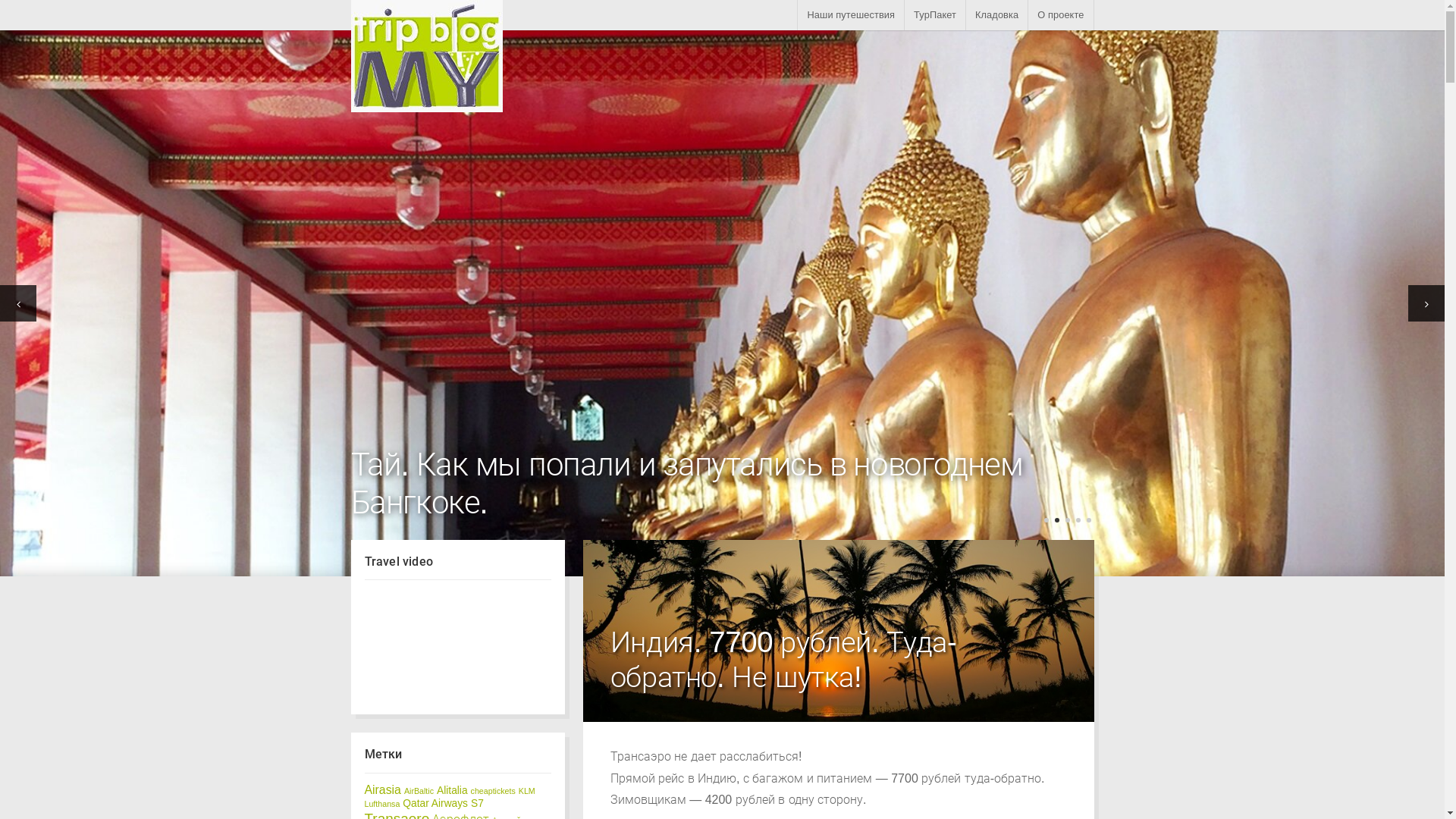 Image resolution: width=1456 pixels, height=819 pixels. I want to click on '4', so click(1074, 519).